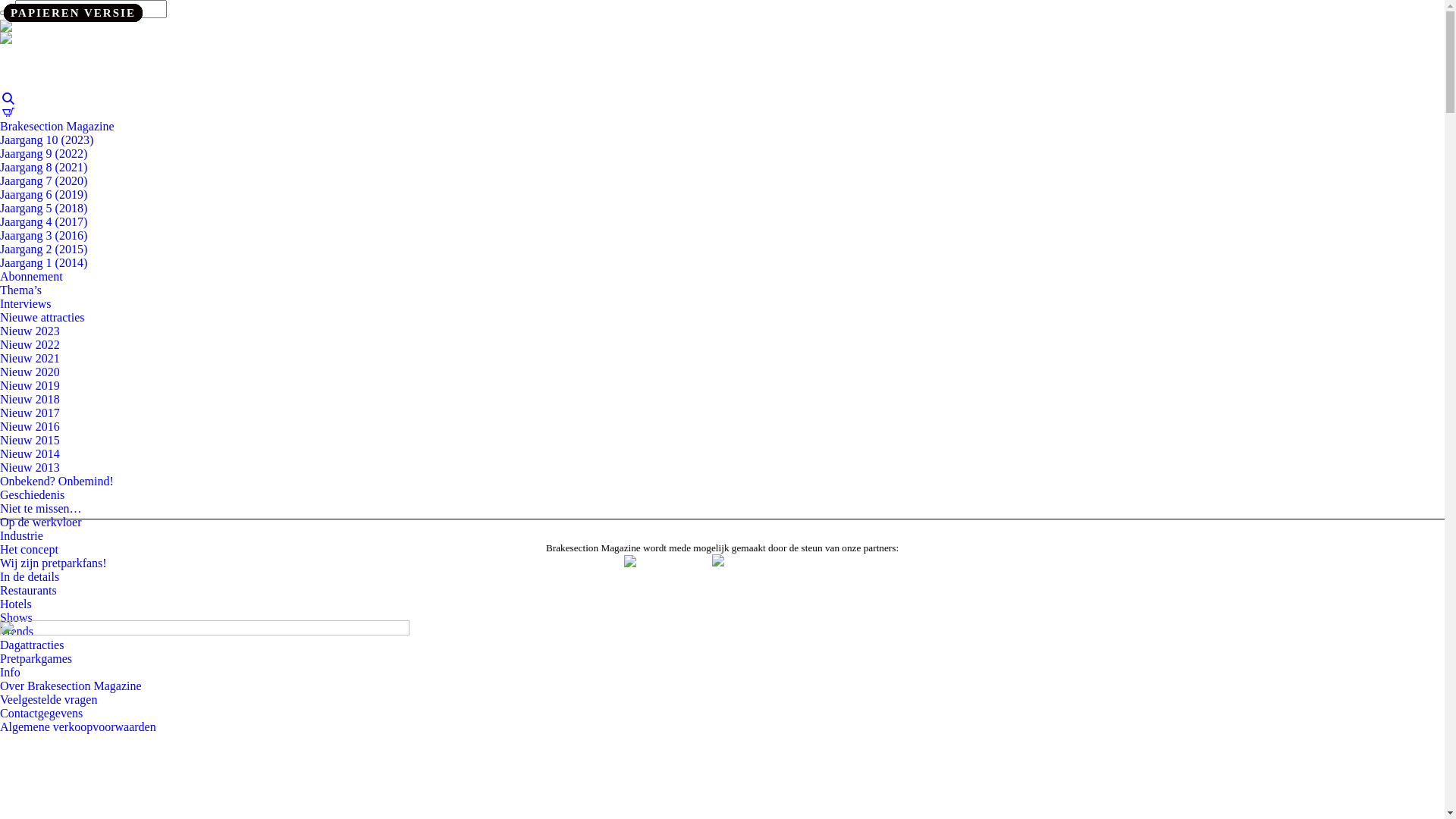 The width and height of the screenshot is (1456, 819). Describe the element at coordinates (30, 440) in the screenshot. I see `'Nieuw 2015'` at that location.